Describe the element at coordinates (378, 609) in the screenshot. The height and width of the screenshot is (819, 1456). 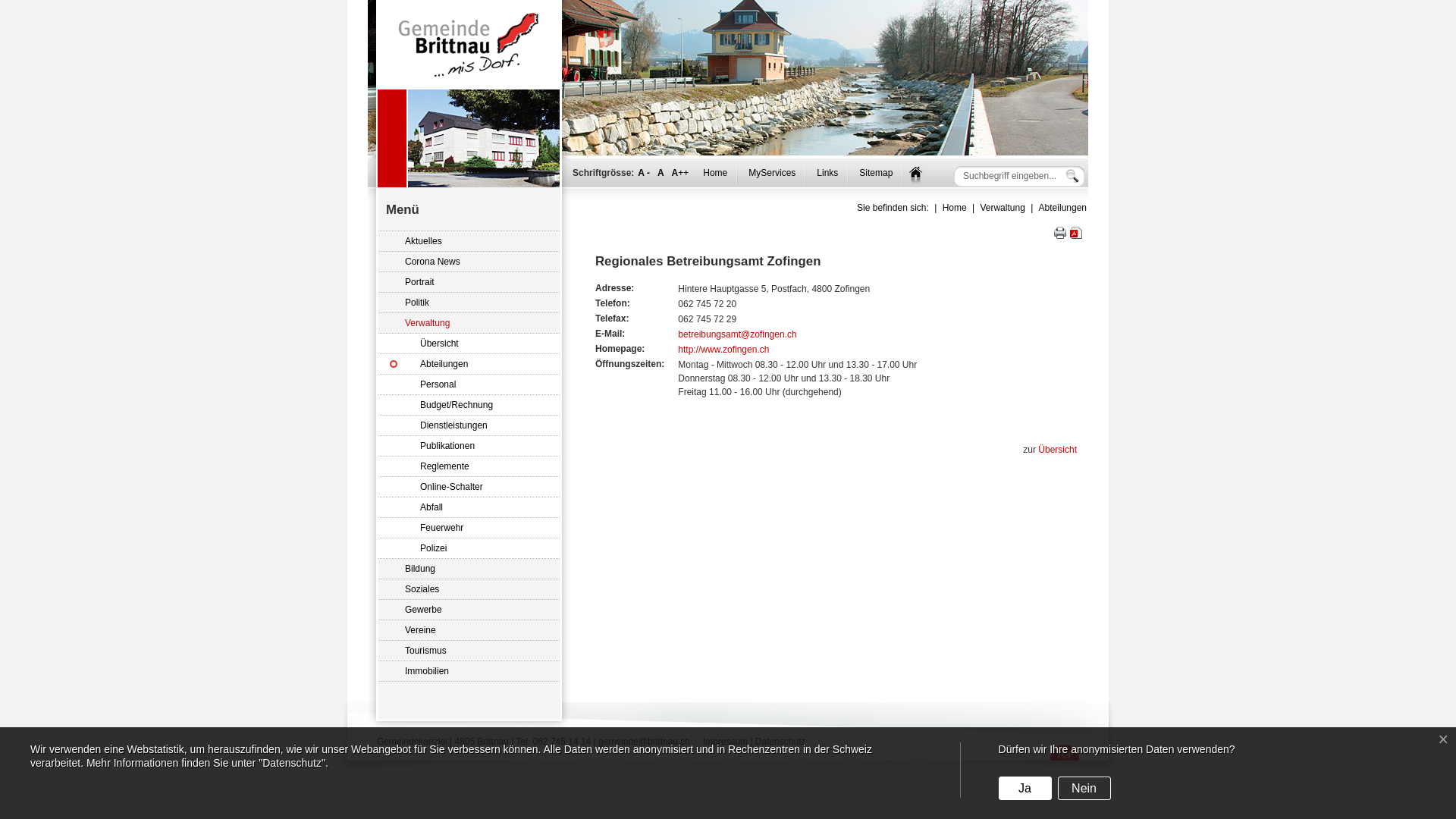
I see `'Gewerbe'` at that location.